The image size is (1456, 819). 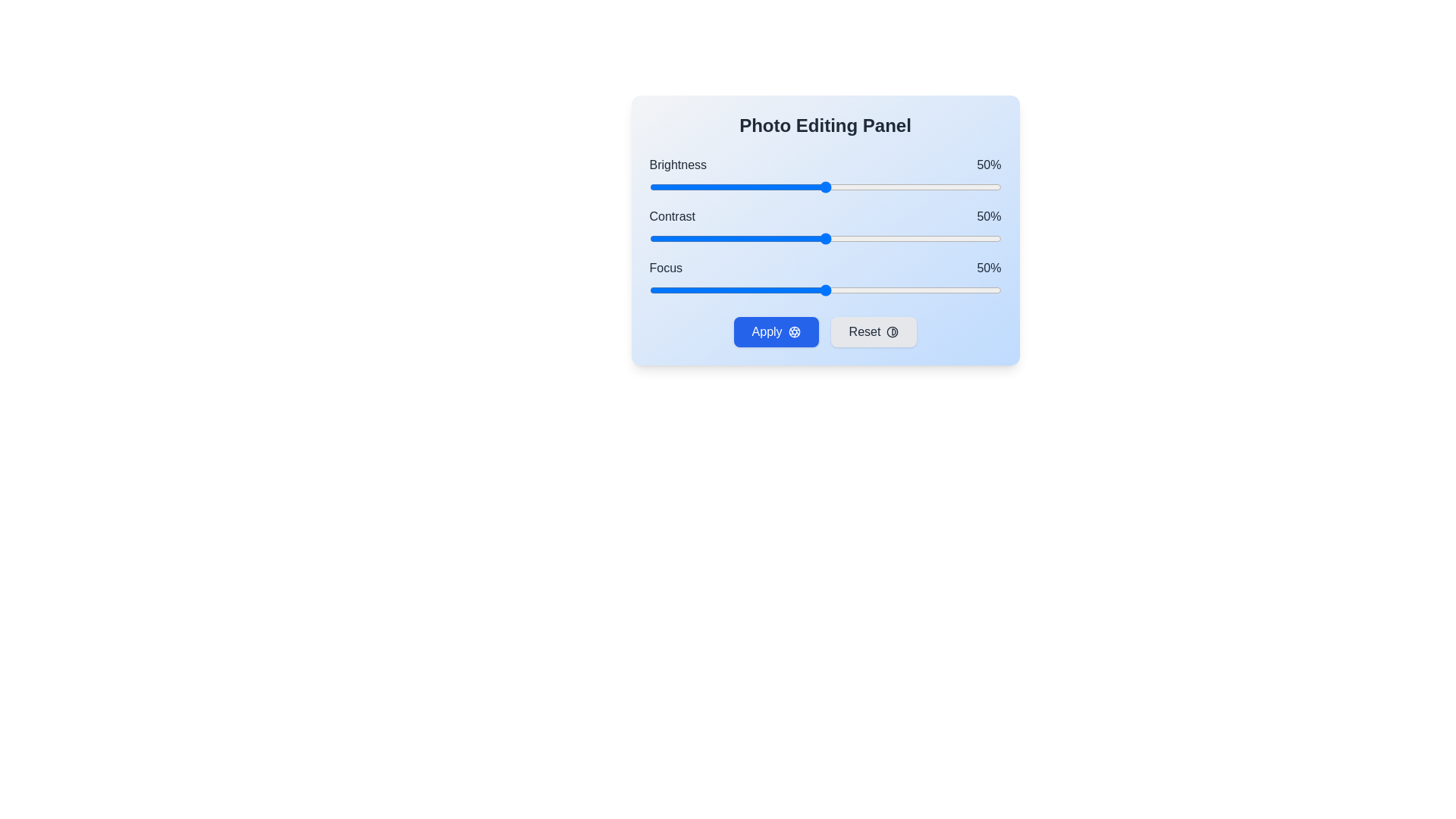 I want to click on 'Reset' button to reset the settings, so click(x=874, y=331).